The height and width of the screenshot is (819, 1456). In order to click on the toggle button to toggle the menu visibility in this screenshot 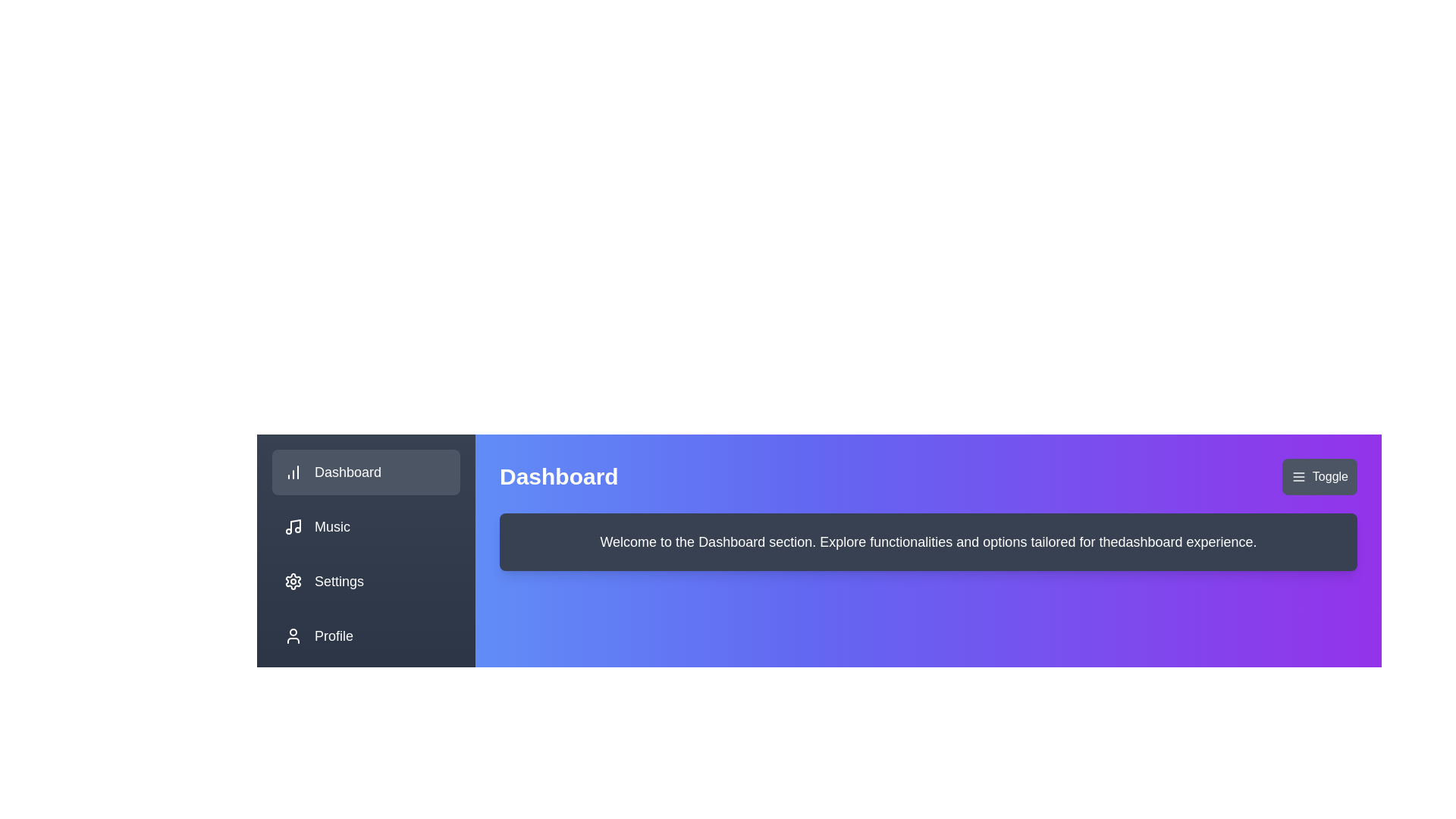, I will do `click(1318, 475)`.